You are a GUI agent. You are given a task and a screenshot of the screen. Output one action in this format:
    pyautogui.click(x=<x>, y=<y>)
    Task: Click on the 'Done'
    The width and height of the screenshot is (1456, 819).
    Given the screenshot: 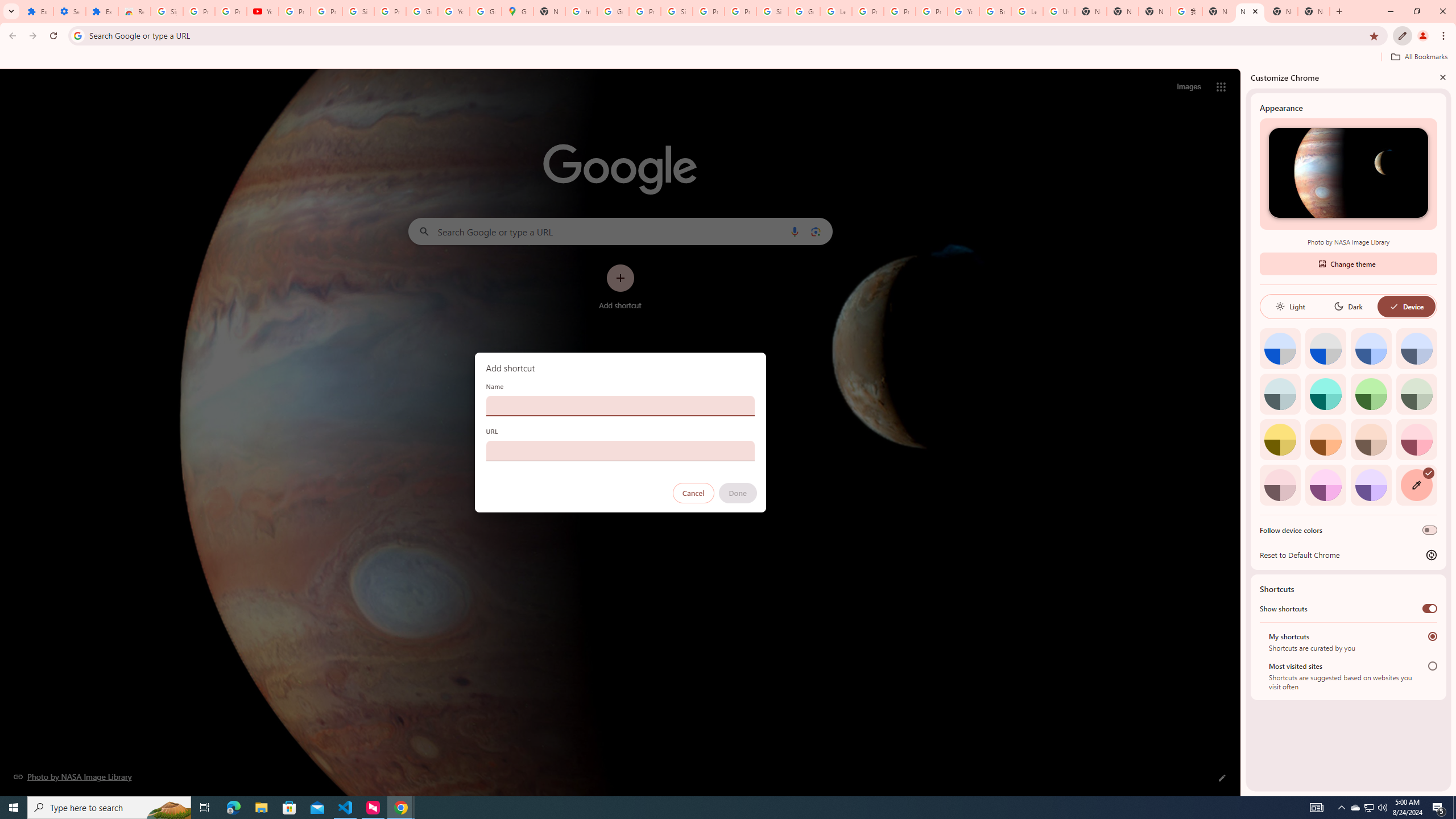 What is the action you would take?
    pyautogui.click(x=737, y=493)
    